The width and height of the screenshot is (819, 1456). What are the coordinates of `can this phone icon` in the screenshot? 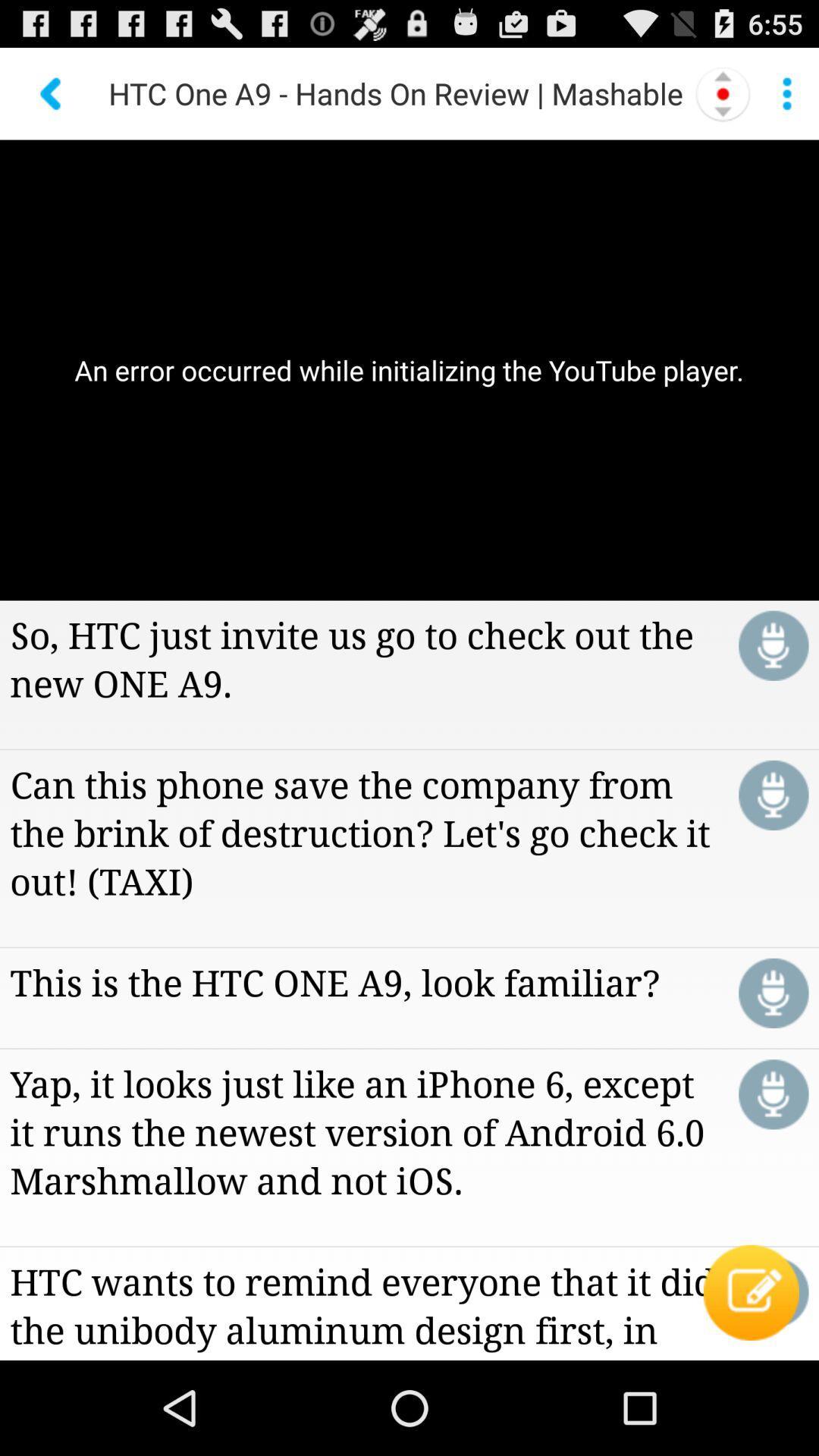 It's located at (364, 831).